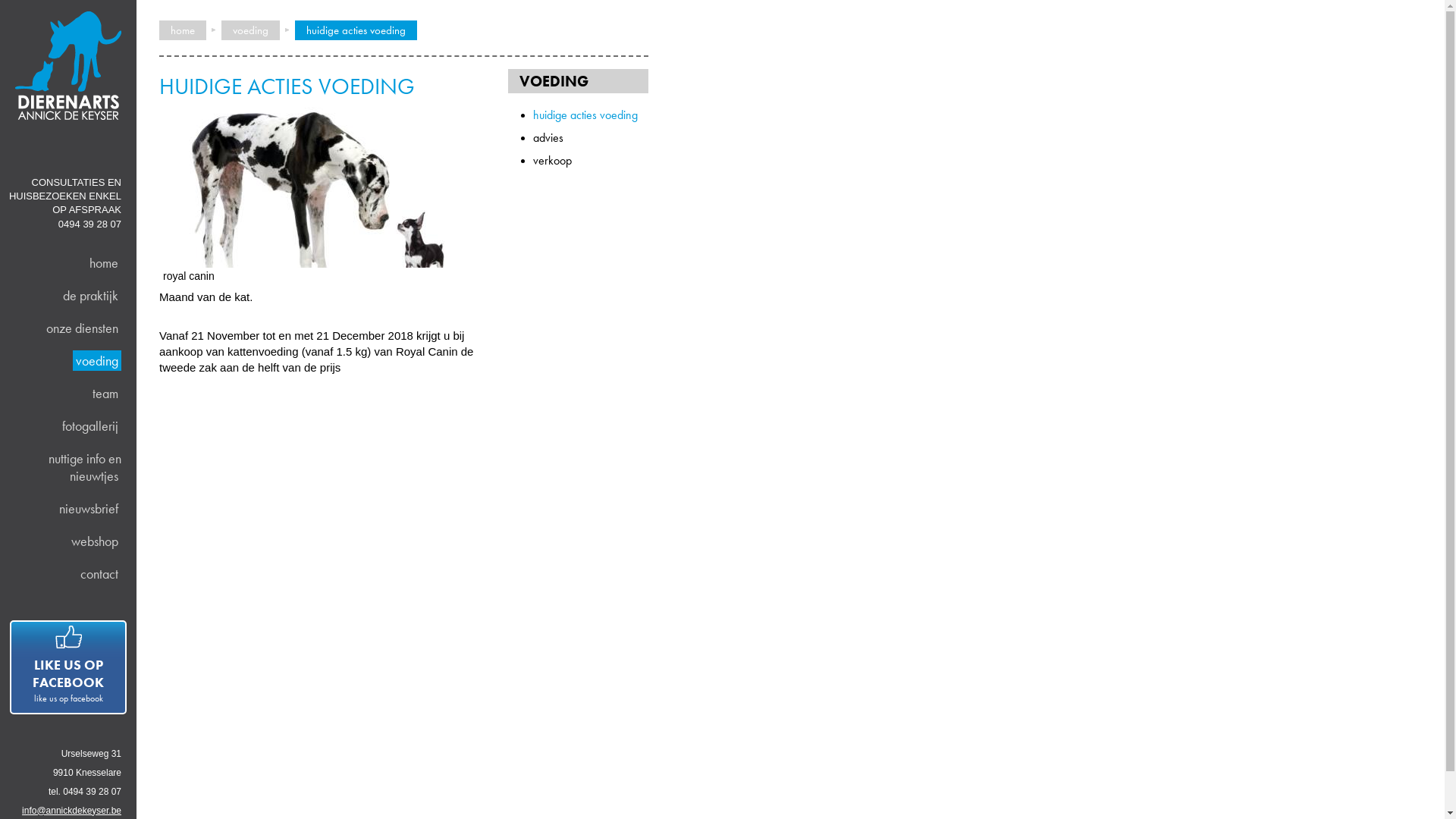 Image resolution: width=1456 pixels, height=819 pixels. Describe the element at coordinates (67, 666) in the screenshot. I see `'LIKE US OP FACEBOOK` at that location.